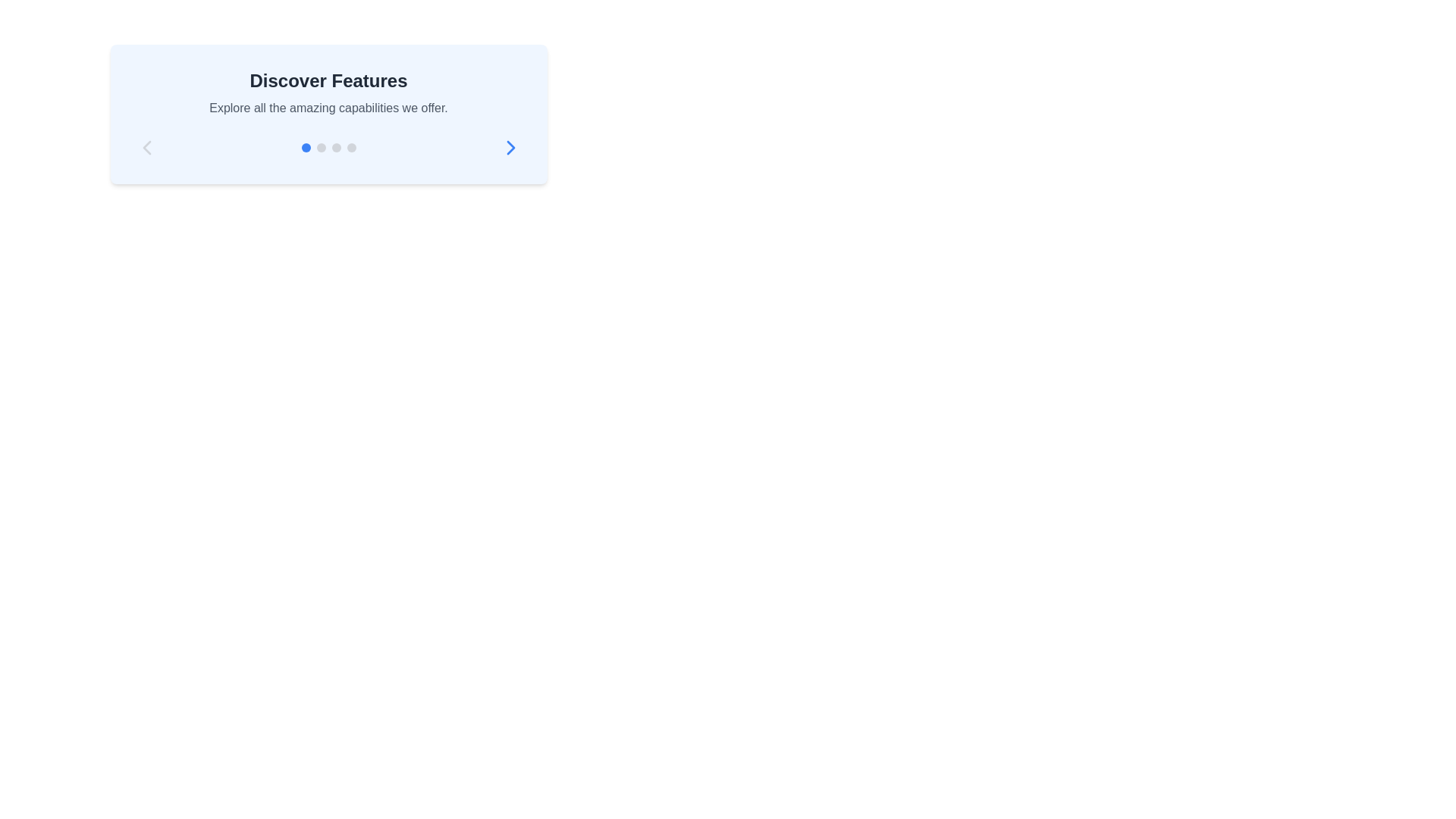  What do you see at coordinates (350, 148) in the screenshot?
I see `the fourth gray-colored circular Indicator dot element, which is horizontally aligned beneath the text section` at bounding box center [350, 148].